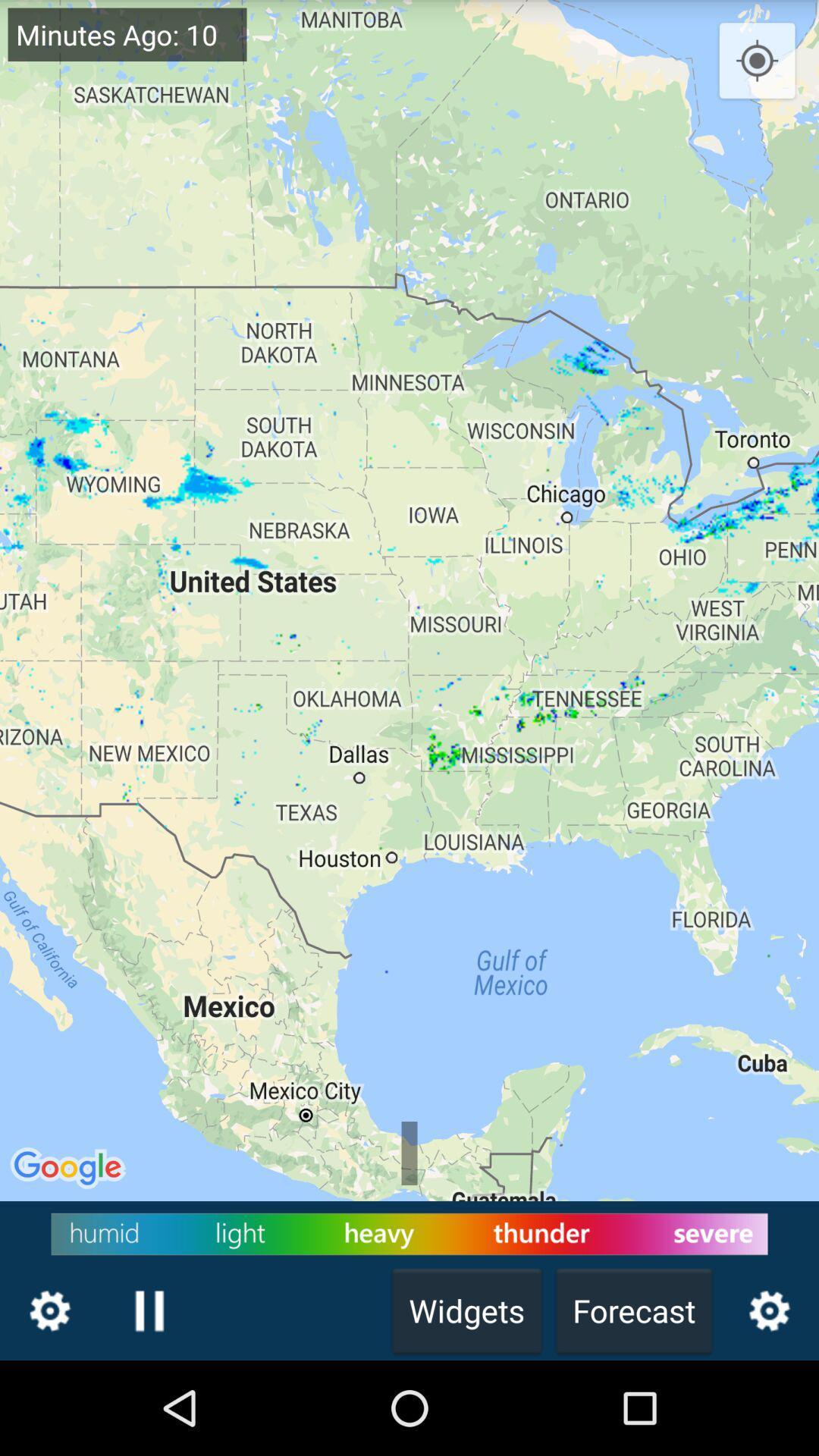 This screenshot has height=1456, width=819. What do you see at coordinates (769, 1401) in the screenshot?
I see `the settings icon` at bounding box center [769, 1401].